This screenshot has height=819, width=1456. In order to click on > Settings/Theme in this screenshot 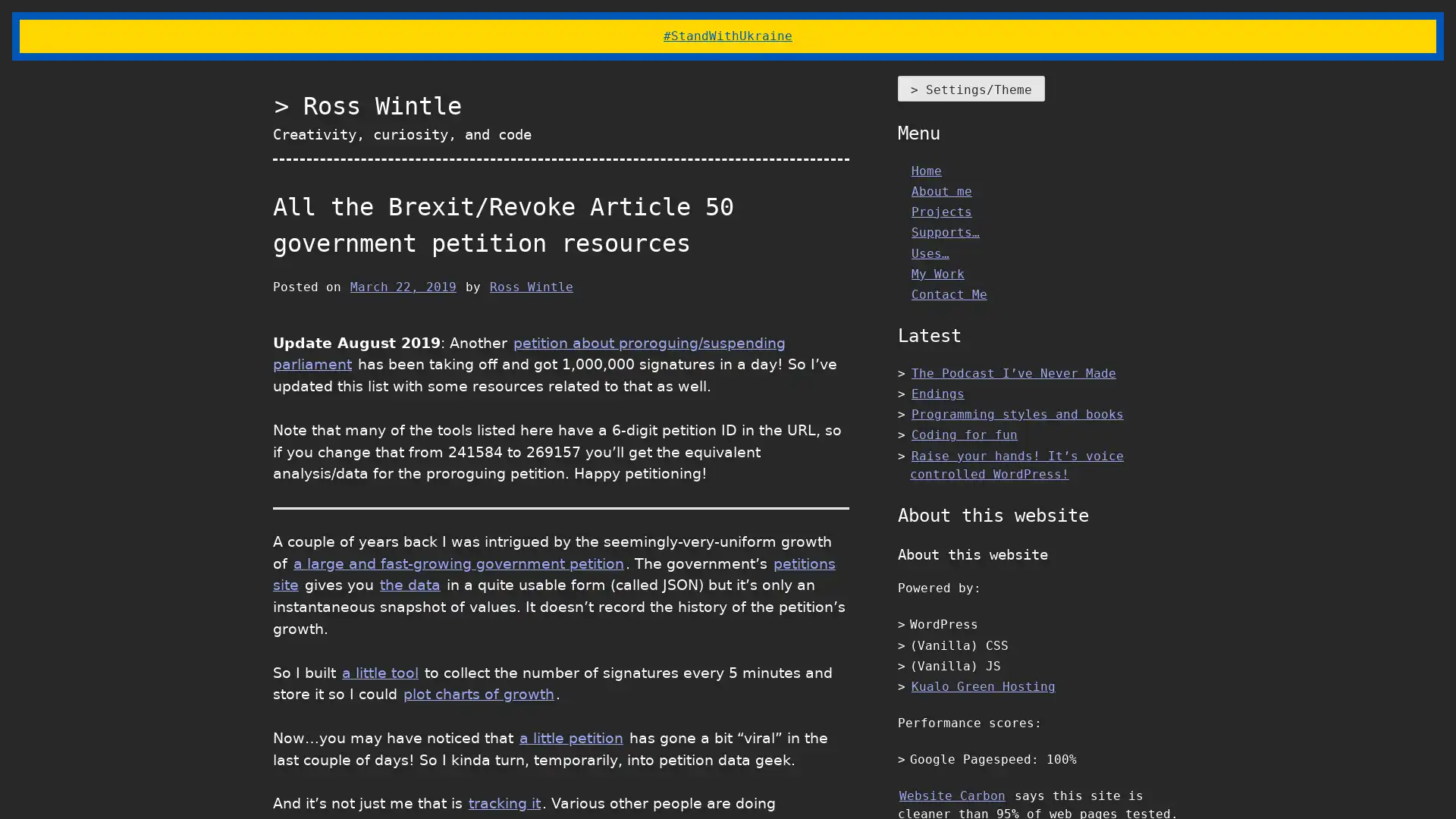, I will do `click(971, 88)`.